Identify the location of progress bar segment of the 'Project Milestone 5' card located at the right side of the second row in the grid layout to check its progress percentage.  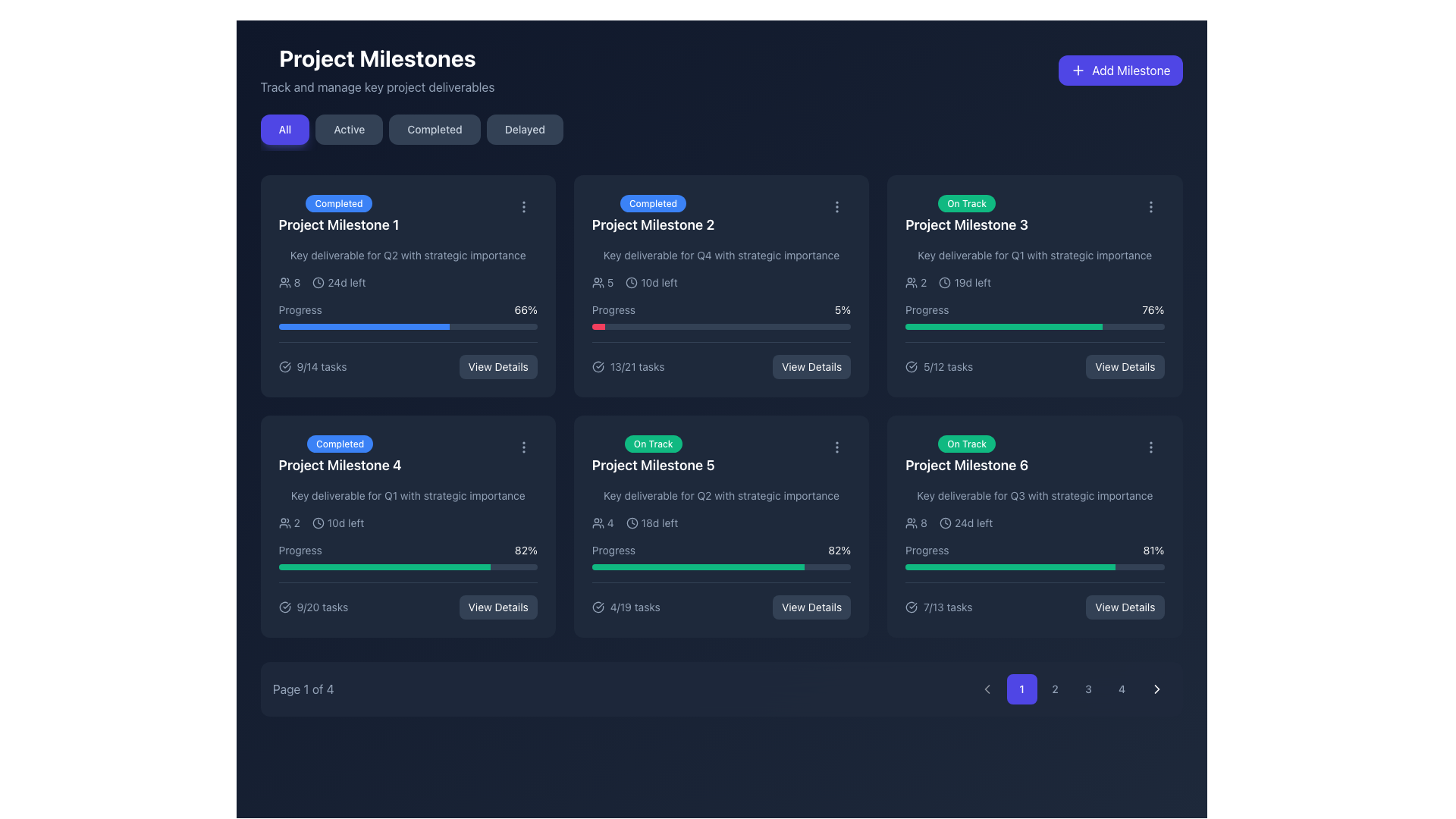
(697, 567).